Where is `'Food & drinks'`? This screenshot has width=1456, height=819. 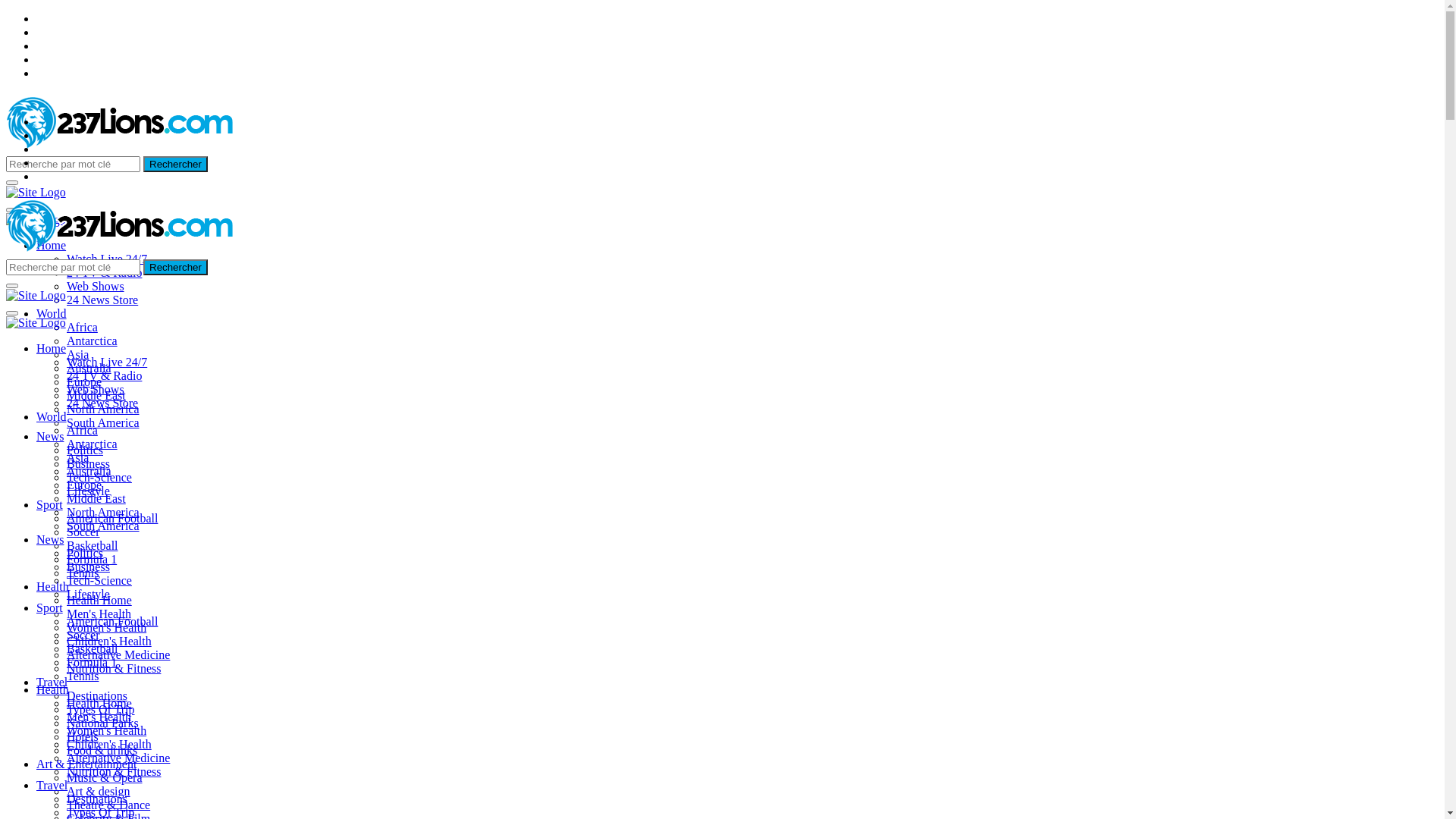
'Food & drinks' is located at coordinates (101, 749).